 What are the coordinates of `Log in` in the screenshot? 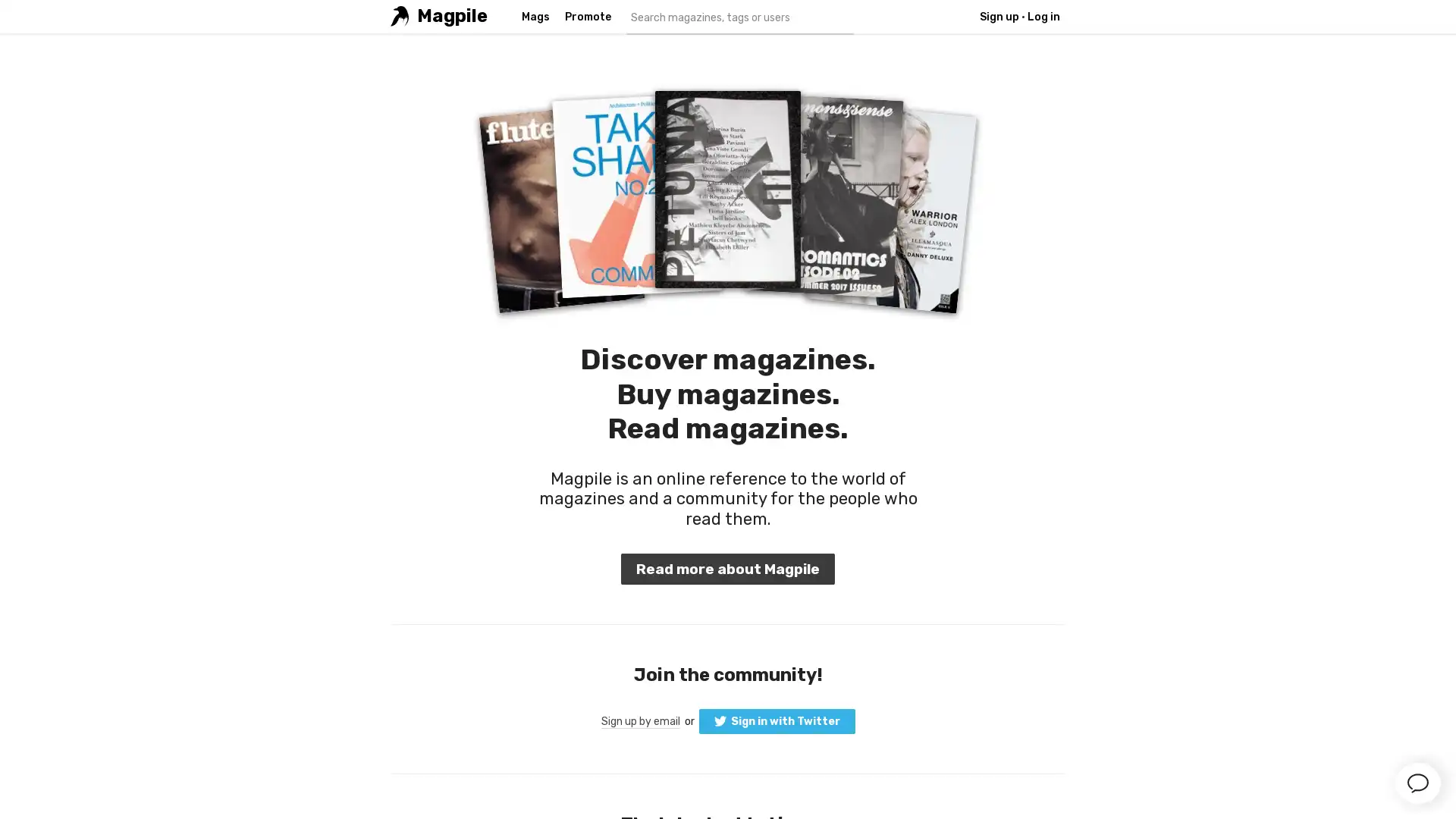 It's located at (726, 275).